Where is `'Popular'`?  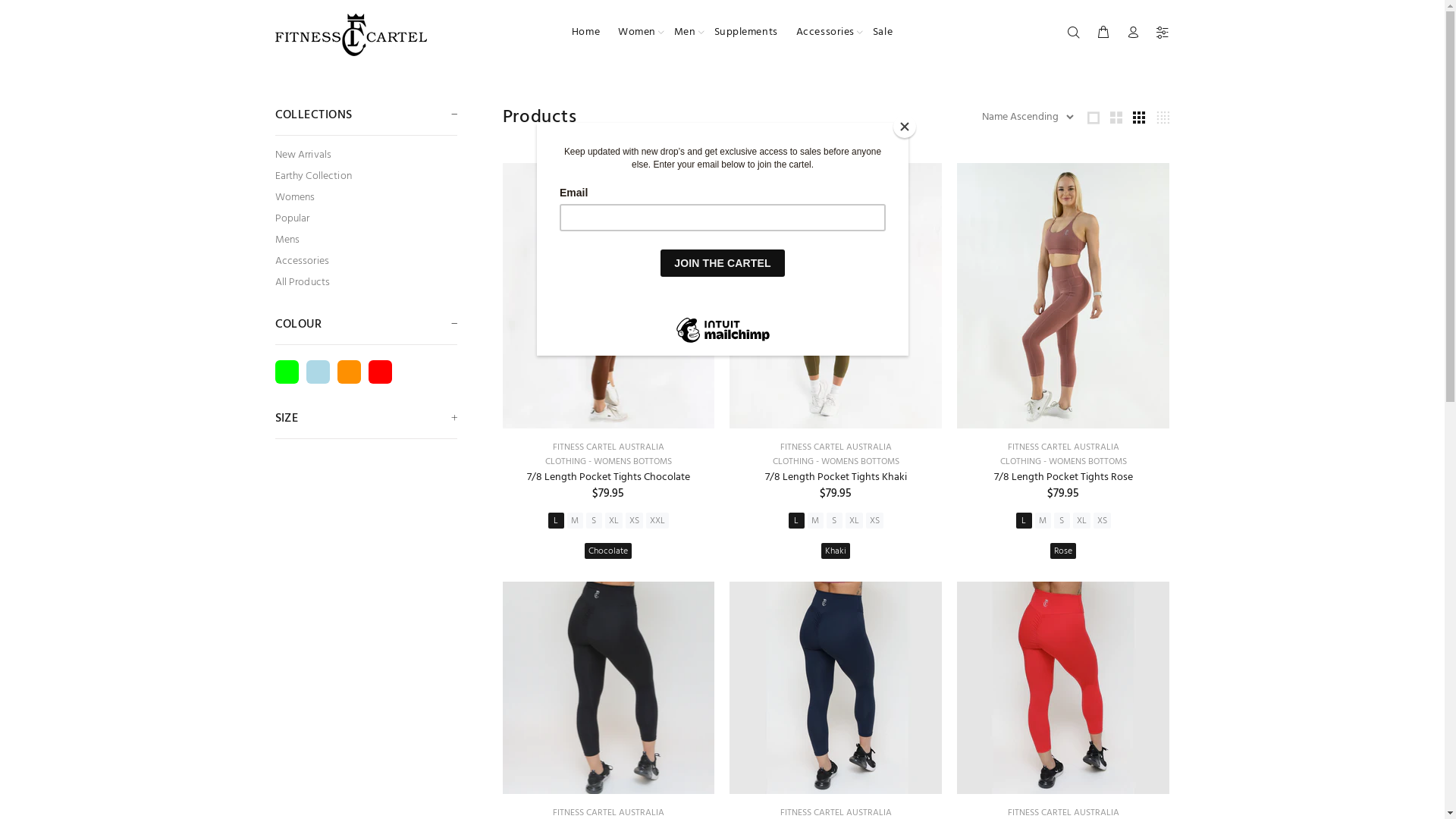
'Popular' is located at coordinates (365, 219).